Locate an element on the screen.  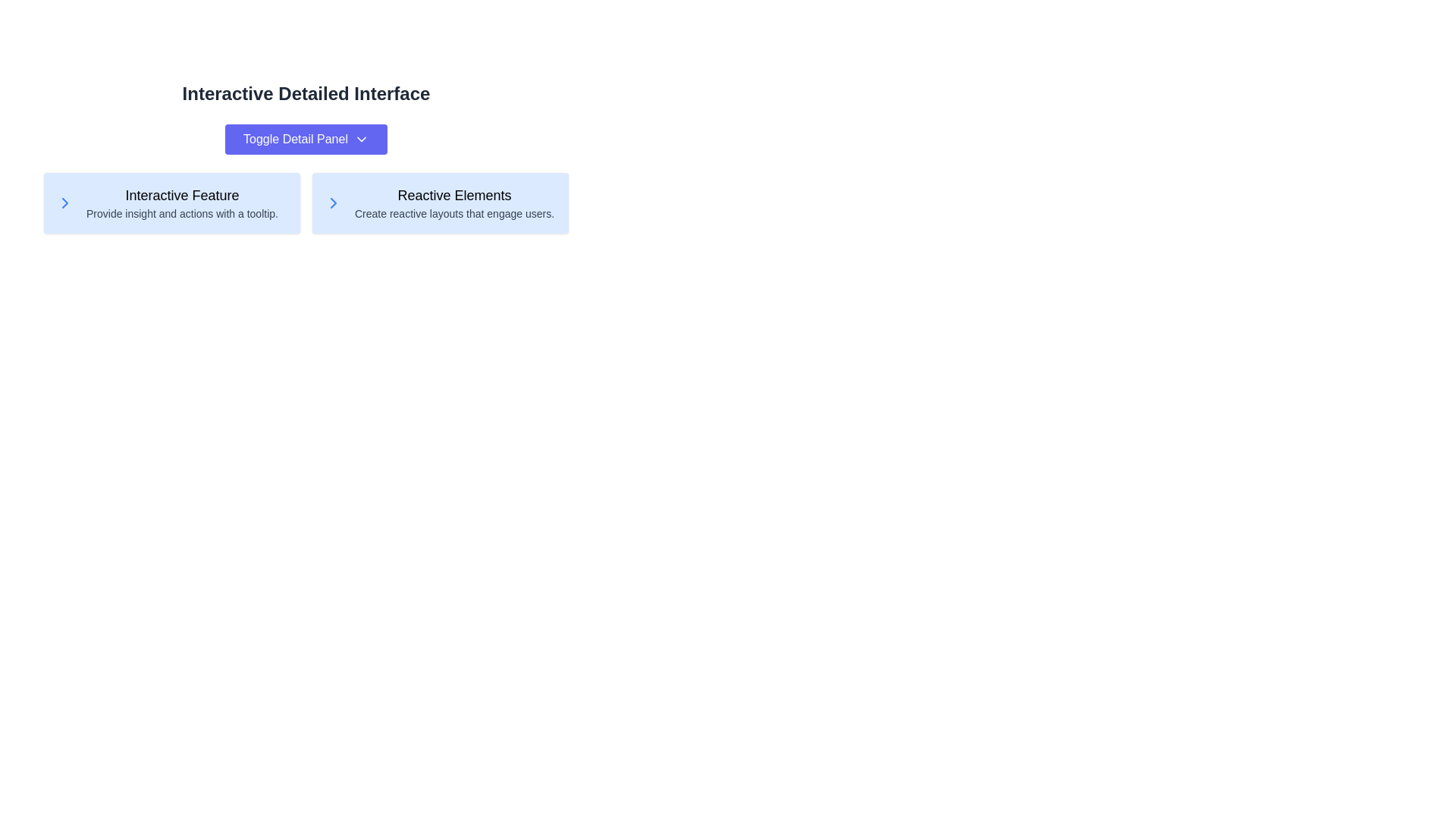
the button that activates the panel expansion or collapse action, located beneath the header 'Interactive Detailed Interface' is located at coordinates (305, 140).